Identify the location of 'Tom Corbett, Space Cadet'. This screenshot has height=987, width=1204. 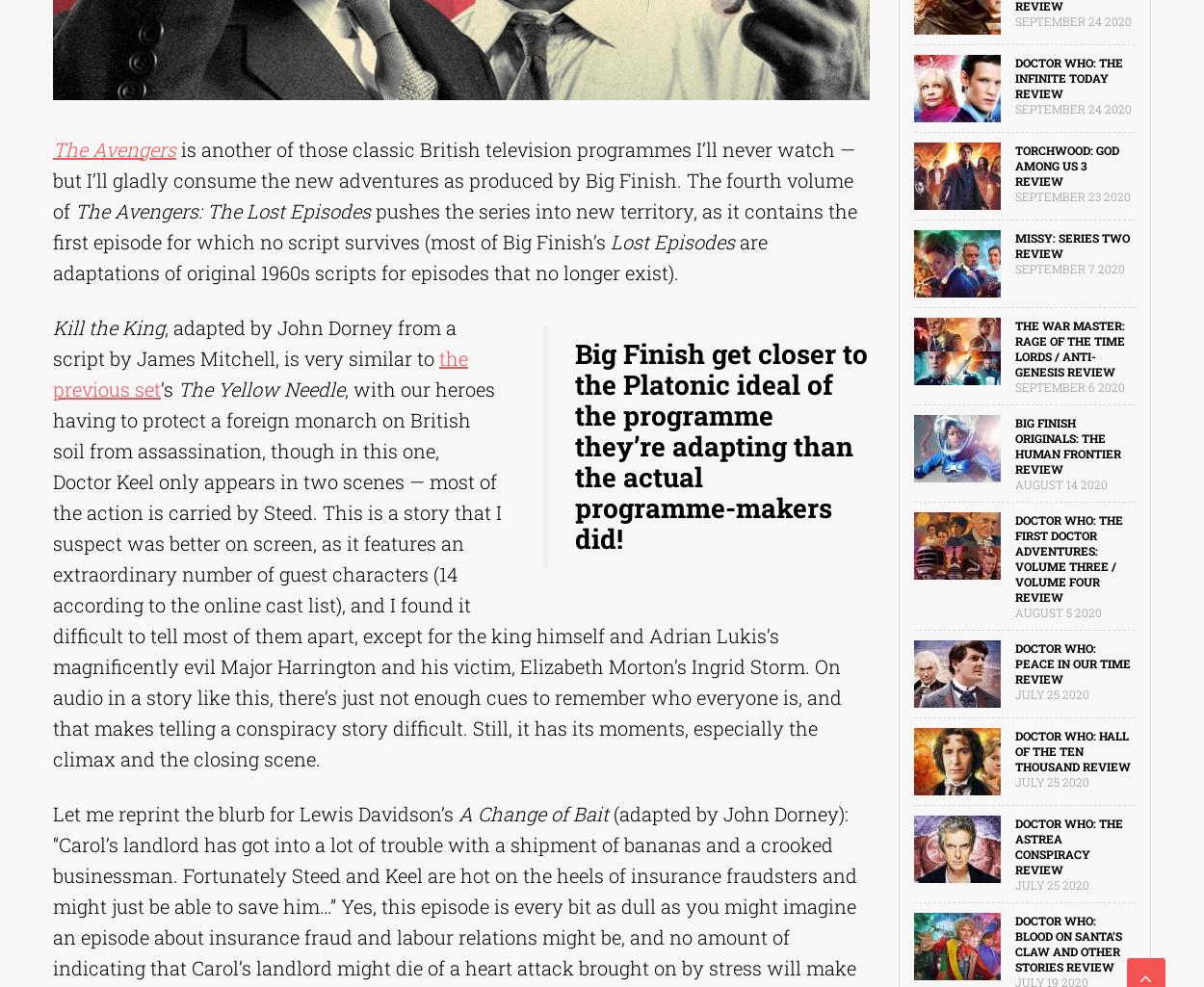
(118, 391).